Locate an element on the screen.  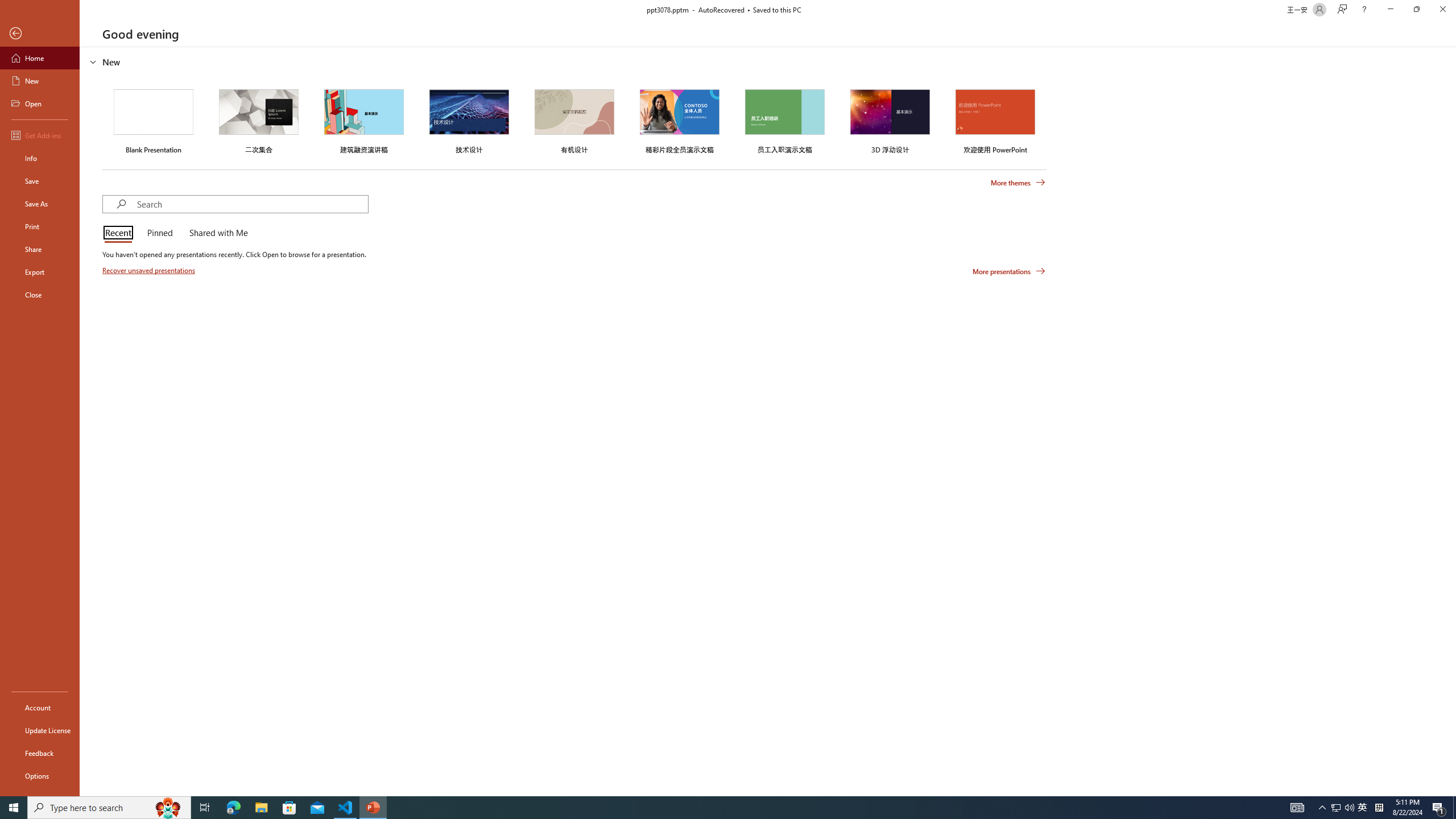
'Recent' is located at coordinates (120, 233).